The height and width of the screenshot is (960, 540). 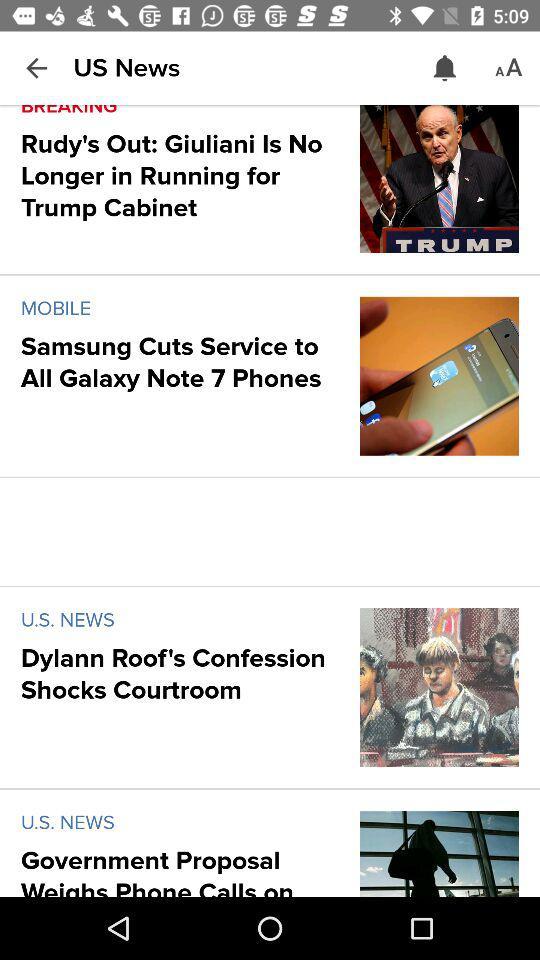 I want to click on the icon to the right of us news item, so click(x=445, y=68).